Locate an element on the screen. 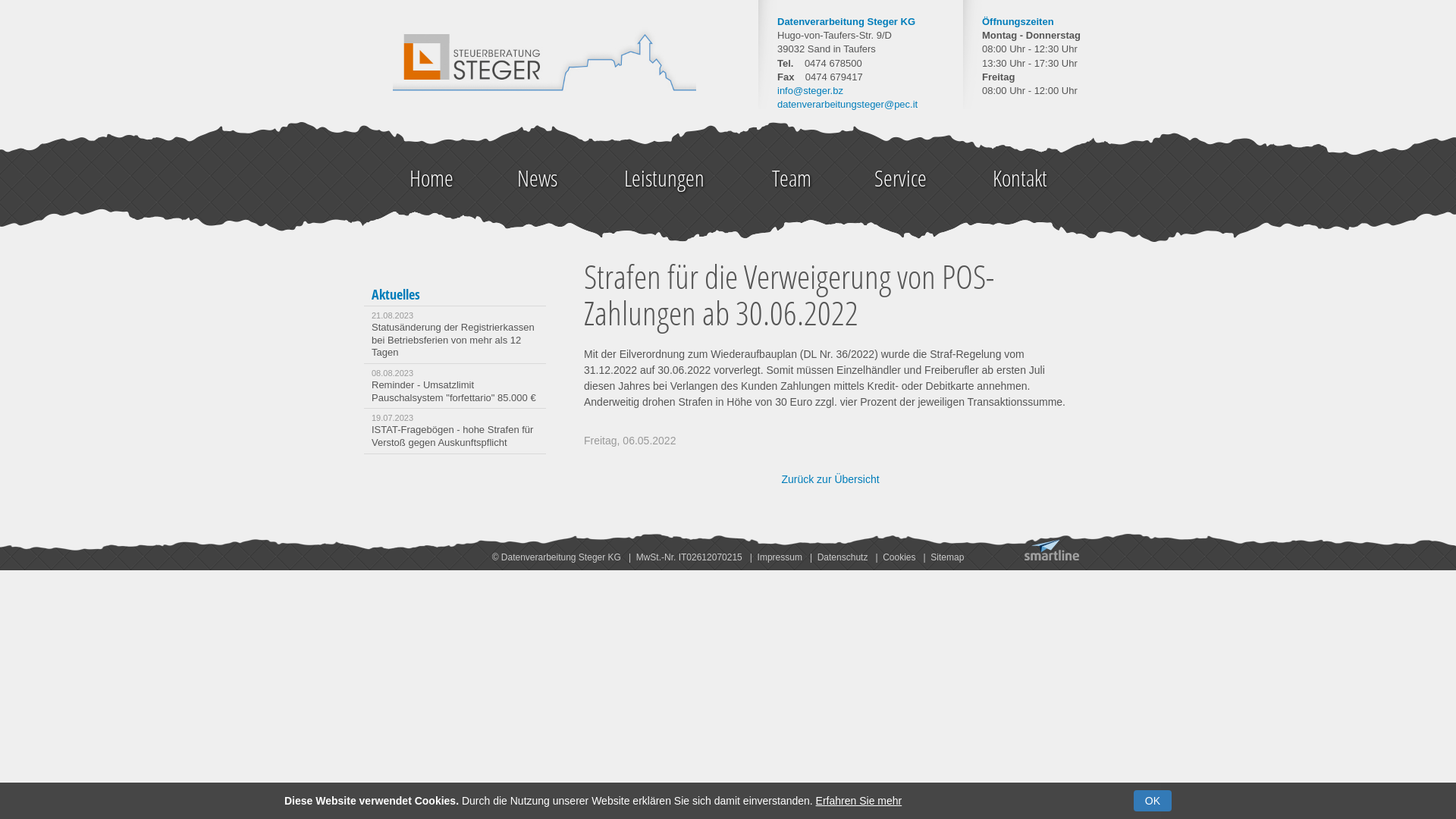 This screenshot has width=1456, height=819. 'Kontakt' is located at coordinates (1019, 177).